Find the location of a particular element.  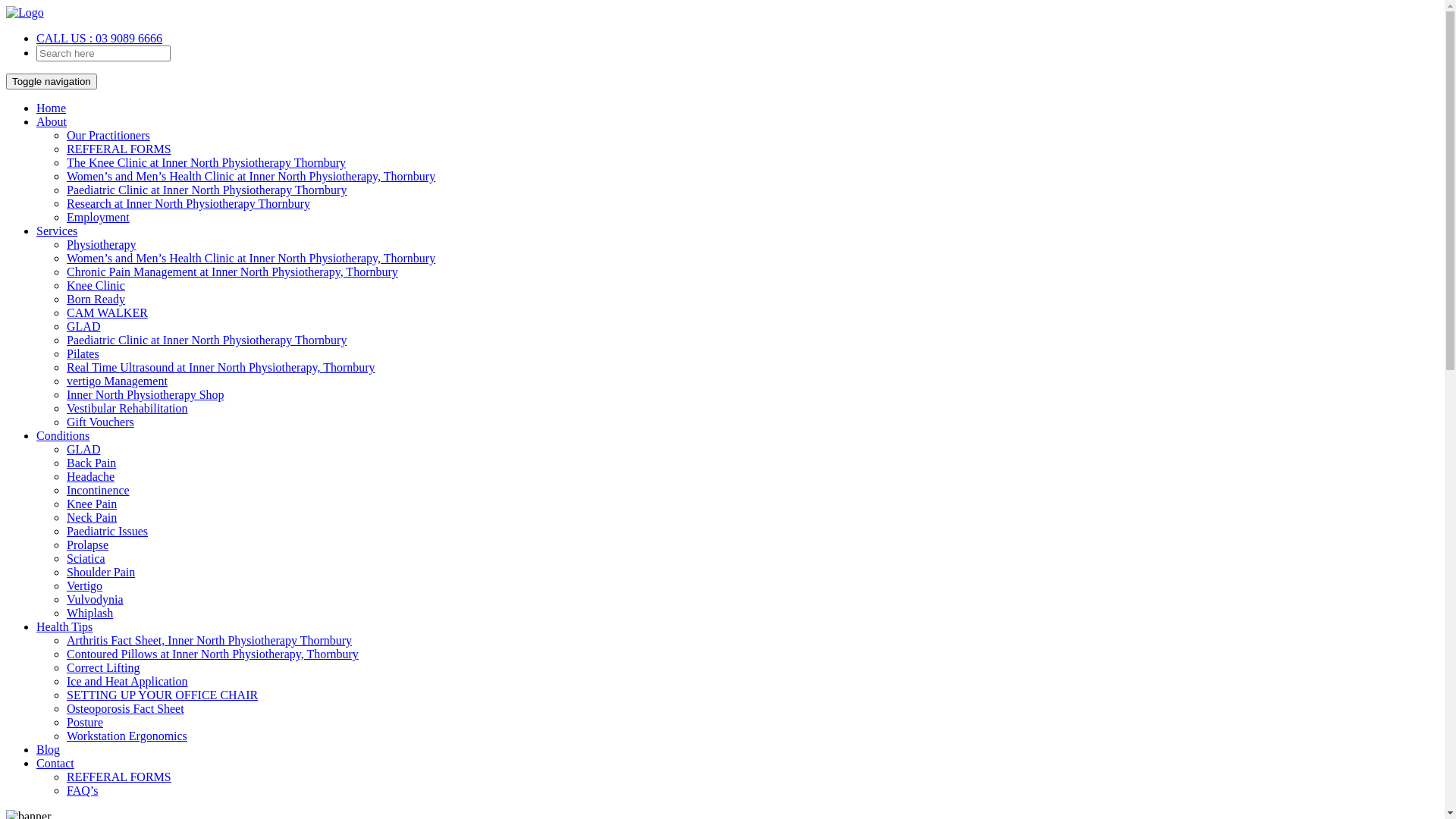

'CAM WALKER' is located at coordinates (106, 312).